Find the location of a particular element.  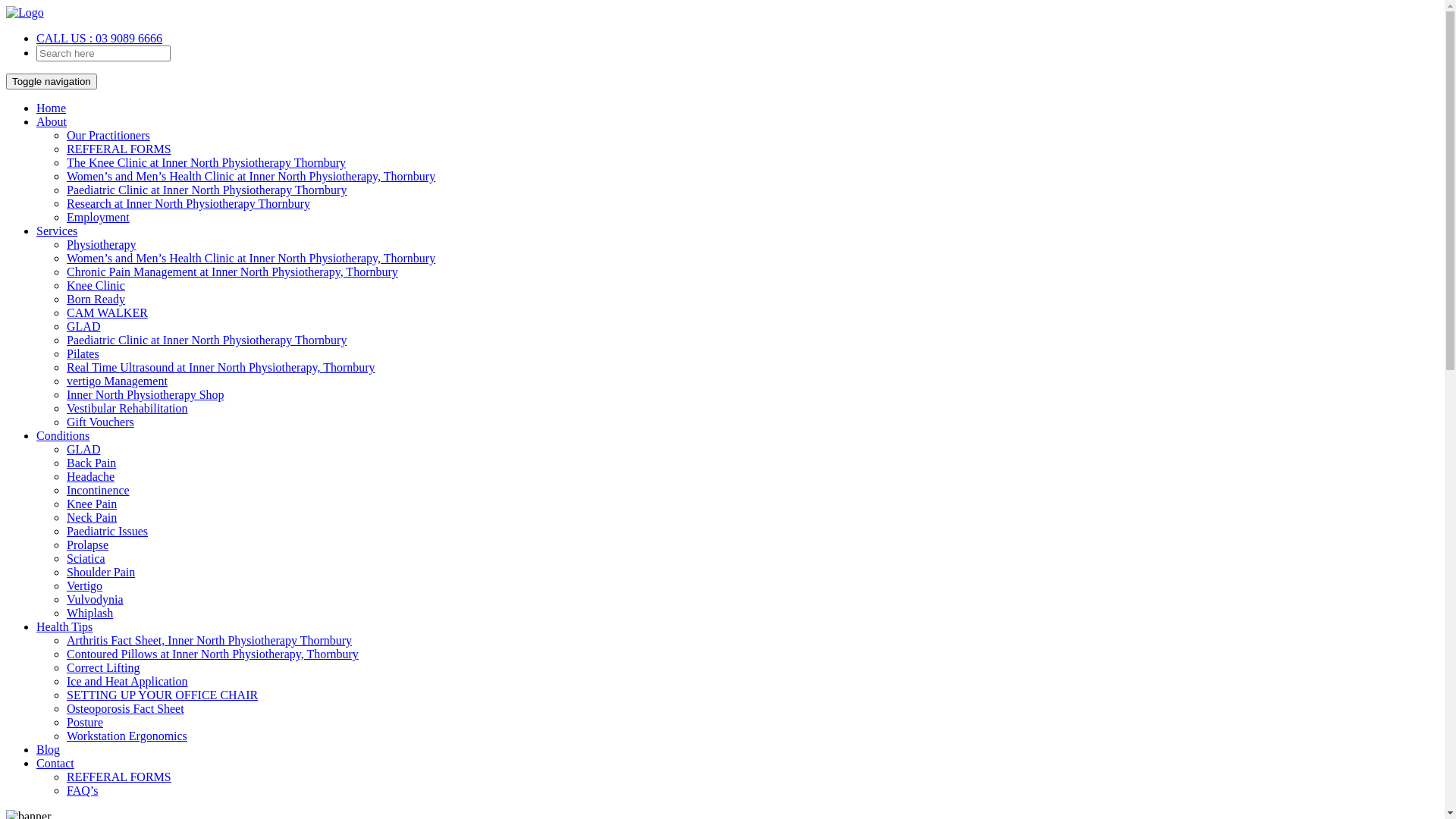

'CAM WALKER' is located at coordinates (106, 312).